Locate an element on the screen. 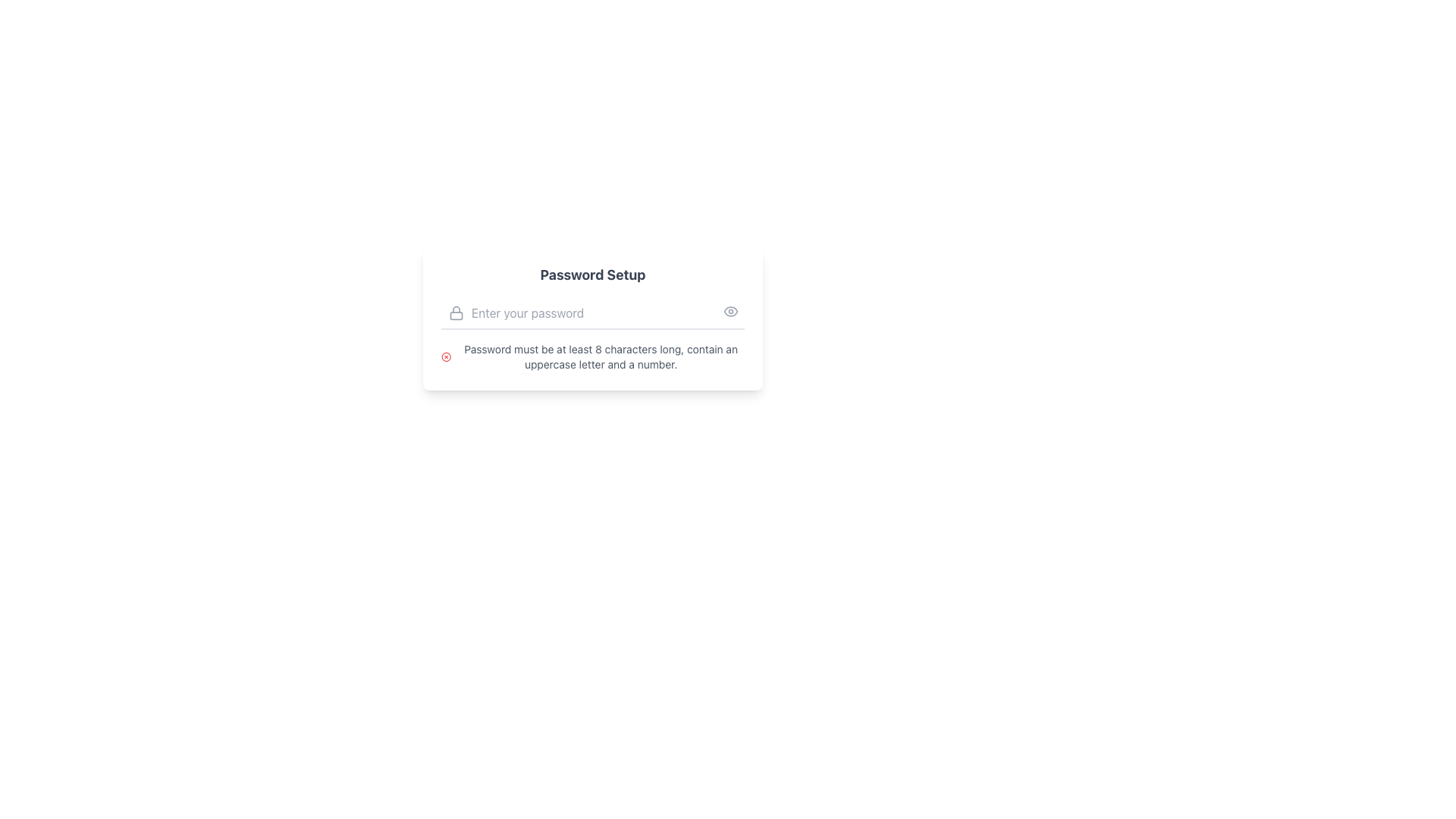 Image resolution: width=1456 pixels, height=819 pixels. text description located below the password input field, which informs the user about valid password requirements. This text is aligned to the left of the centered input group and is positioned to the right of a red circular icon with an 'x' symbol is located at coordinates (600, 356).